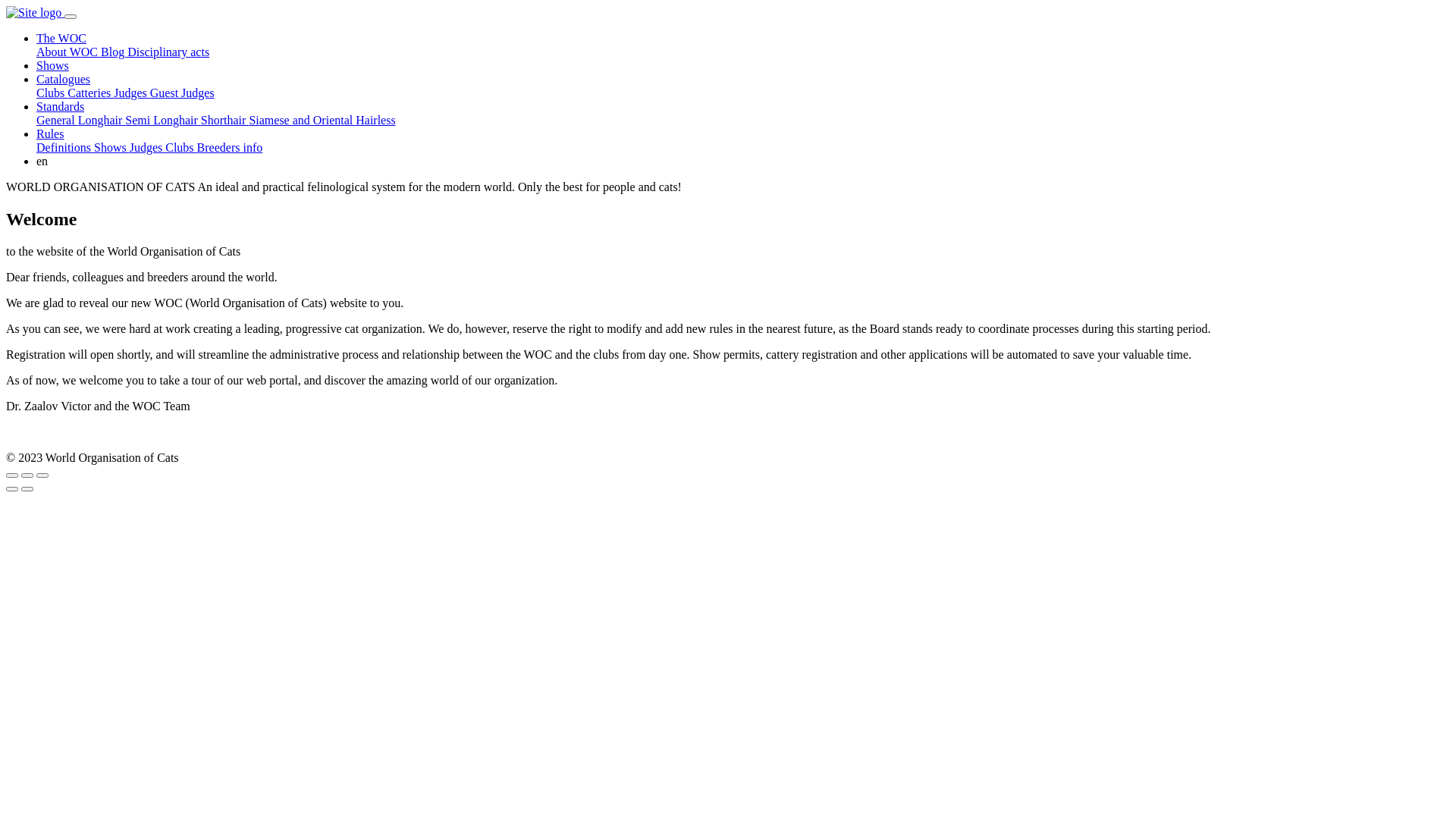 The height and width of the screenshot is (819, 1456). Describe the element at coordinates (248, 119) in the screenshot. I see `'Siamese and Oriental'` at that location.